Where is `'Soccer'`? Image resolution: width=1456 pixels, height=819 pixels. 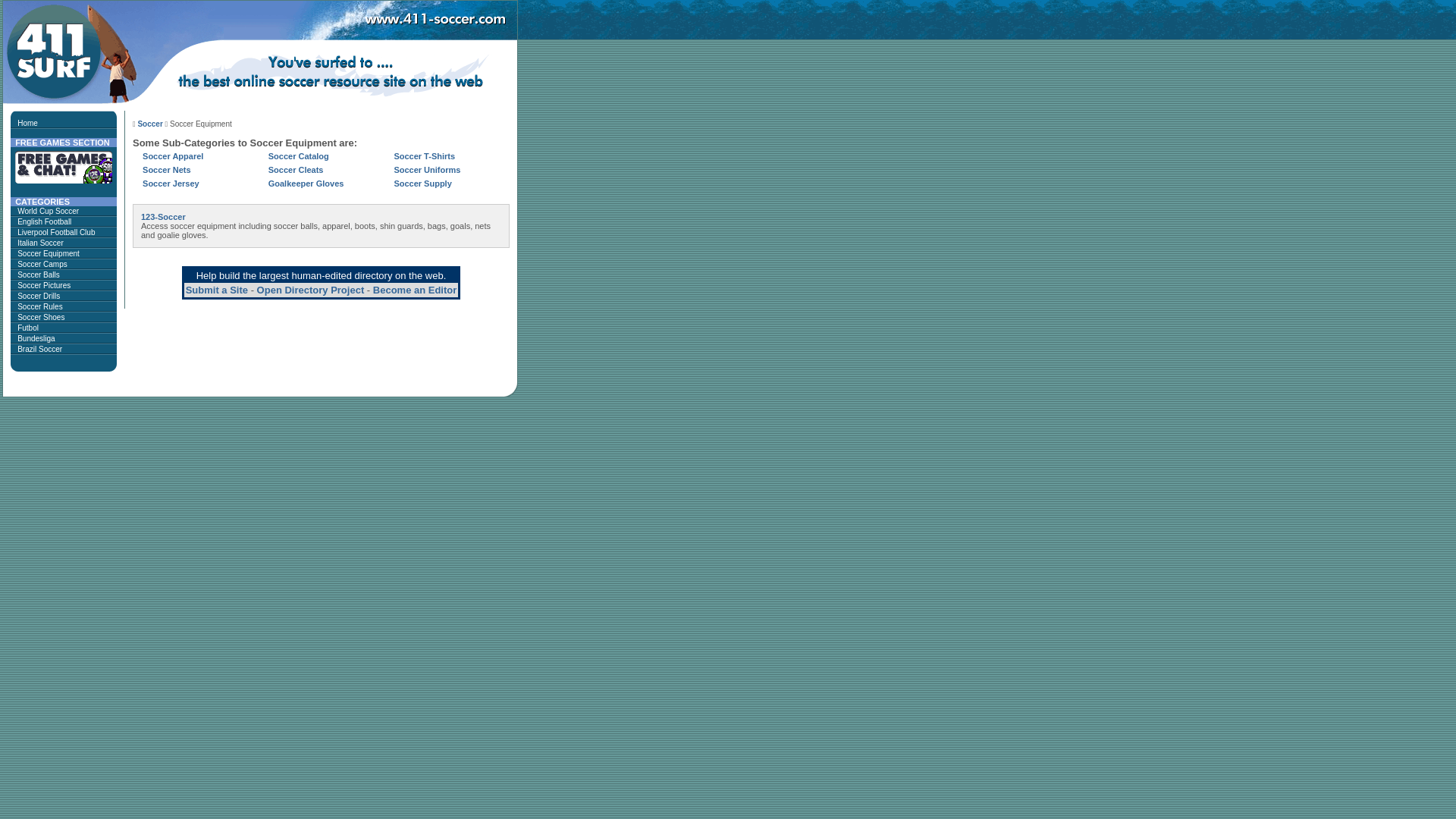 'Soccer' is located at coordinates (149, 123).